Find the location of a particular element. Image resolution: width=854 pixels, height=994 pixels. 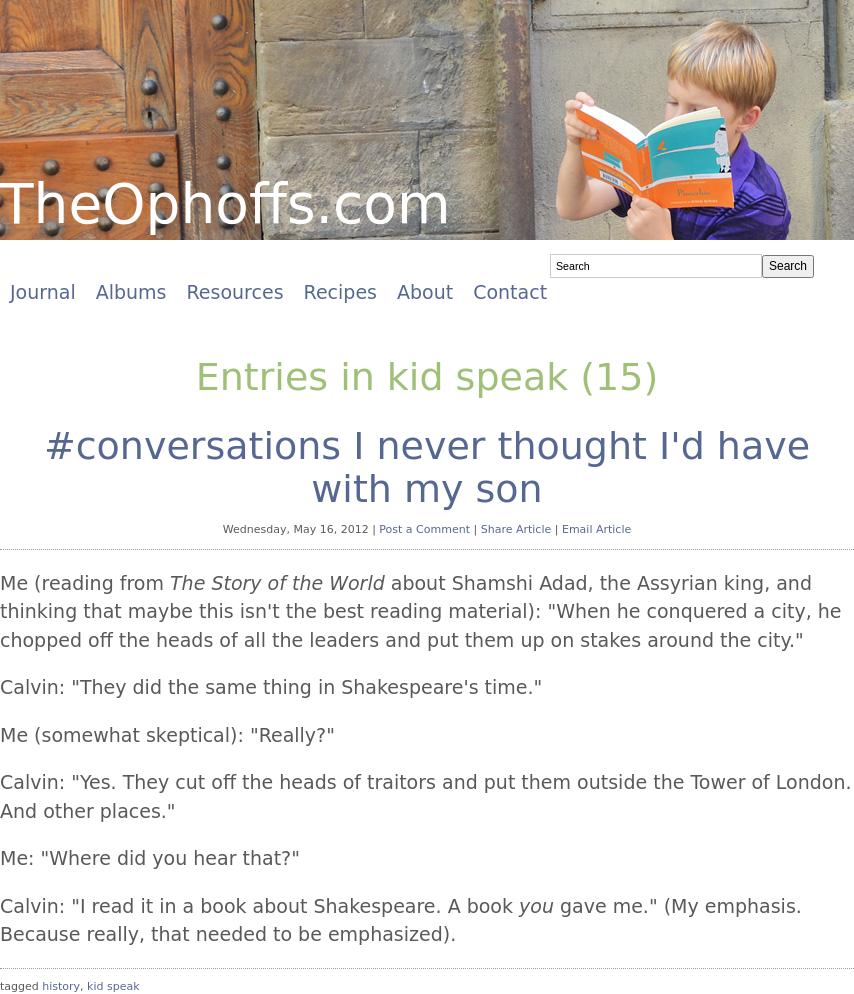

'Share Article' is located at coordinates (480, 529).